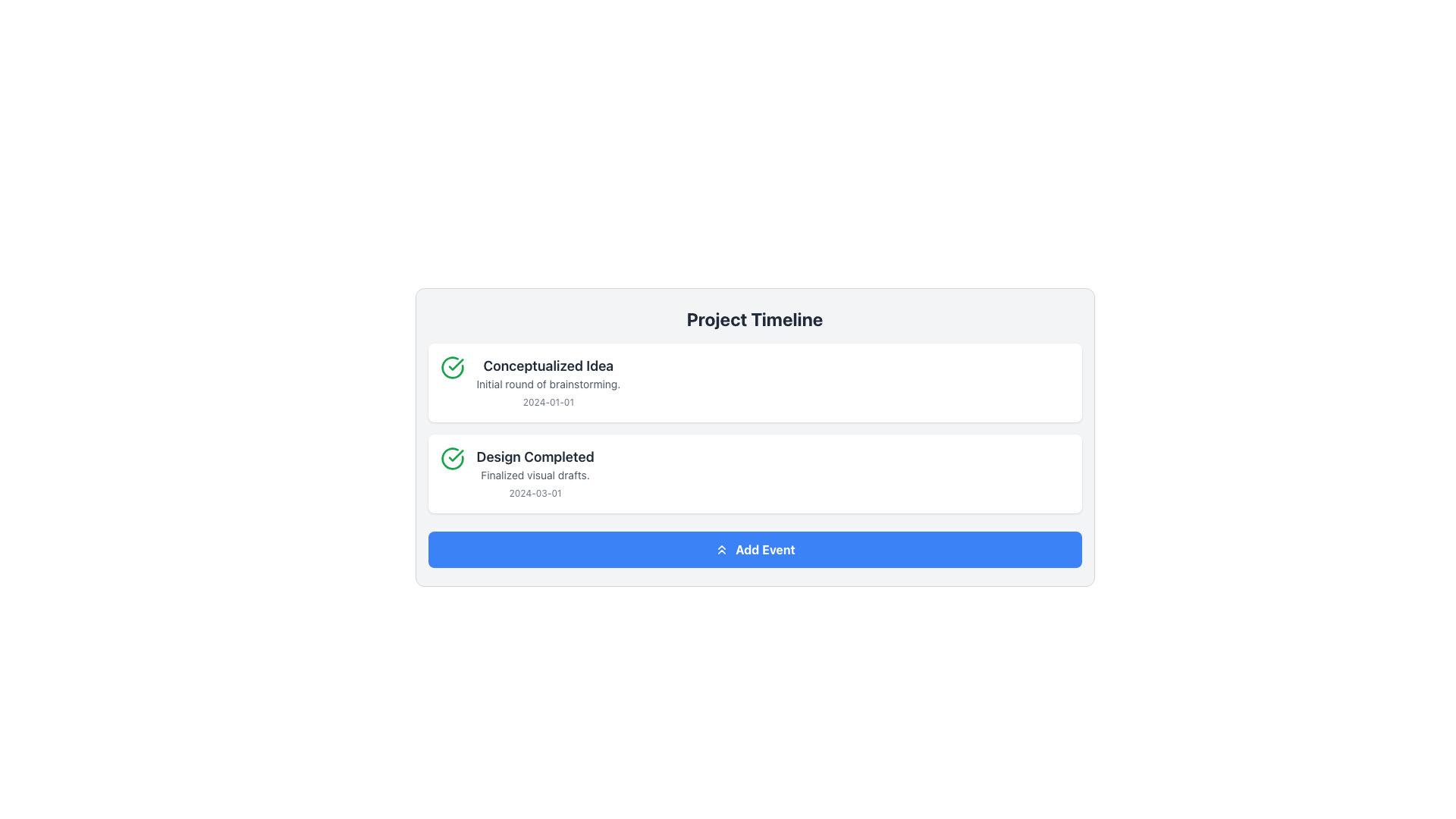 The width and height of the screenshot is (1456, 819). Describe the element at coordinates (755, 382) in the screenshot. I see `details of the Timeline Card displaying the title 'Conceptualized Idea', which is the first item in the Project Timeline list` at that location.